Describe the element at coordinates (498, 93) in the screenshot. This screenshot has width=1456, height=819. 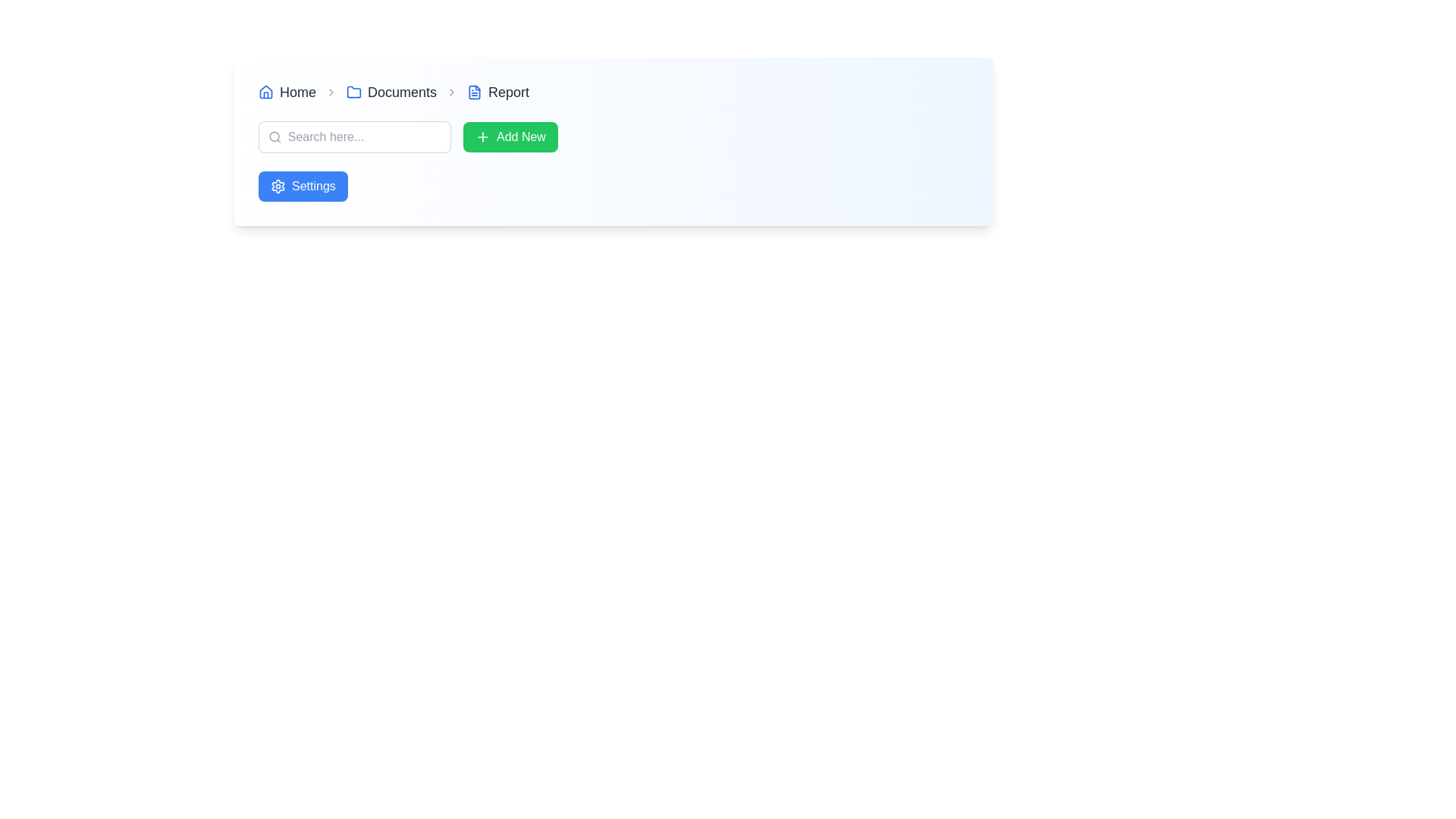
I see `the breadcrumb navigation text indicating 'Report'` at that location.